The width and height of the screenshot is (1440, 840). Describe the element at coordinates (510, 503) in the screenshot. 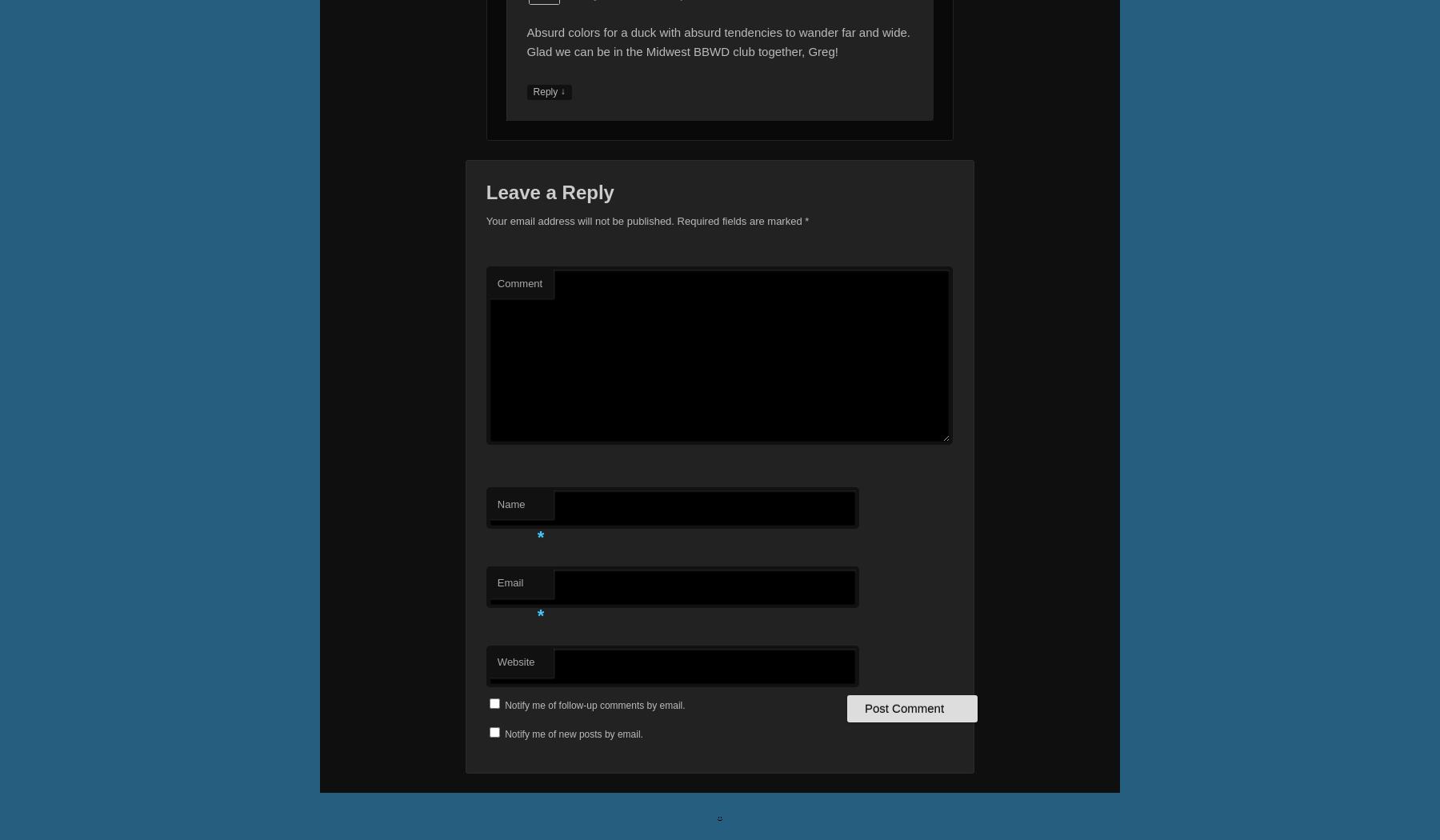

I see `'Name'` at that location.